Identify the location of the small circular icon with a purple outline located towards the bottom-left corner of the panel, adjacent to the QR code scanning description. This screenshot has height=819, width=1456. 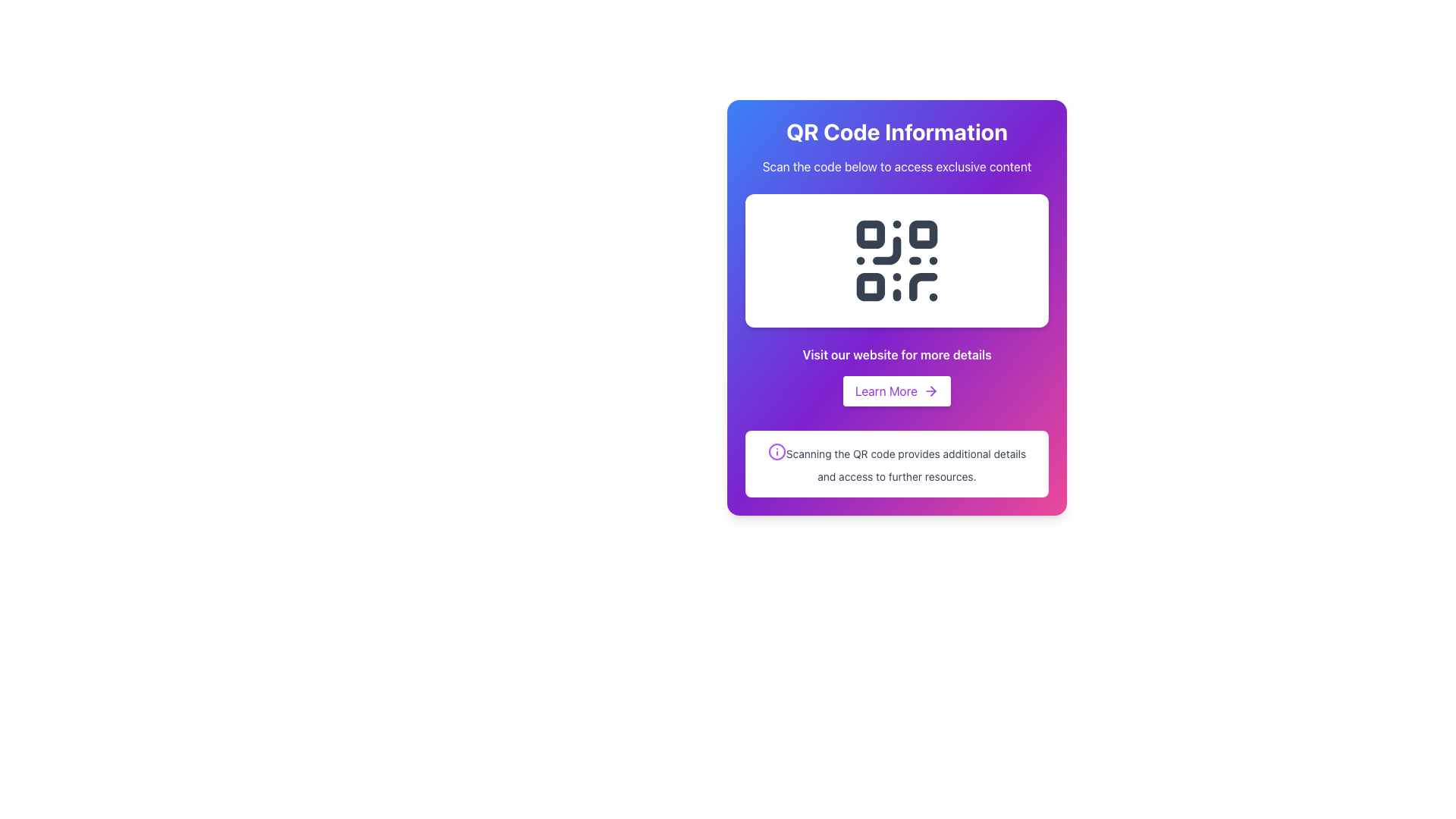
(777, 451).